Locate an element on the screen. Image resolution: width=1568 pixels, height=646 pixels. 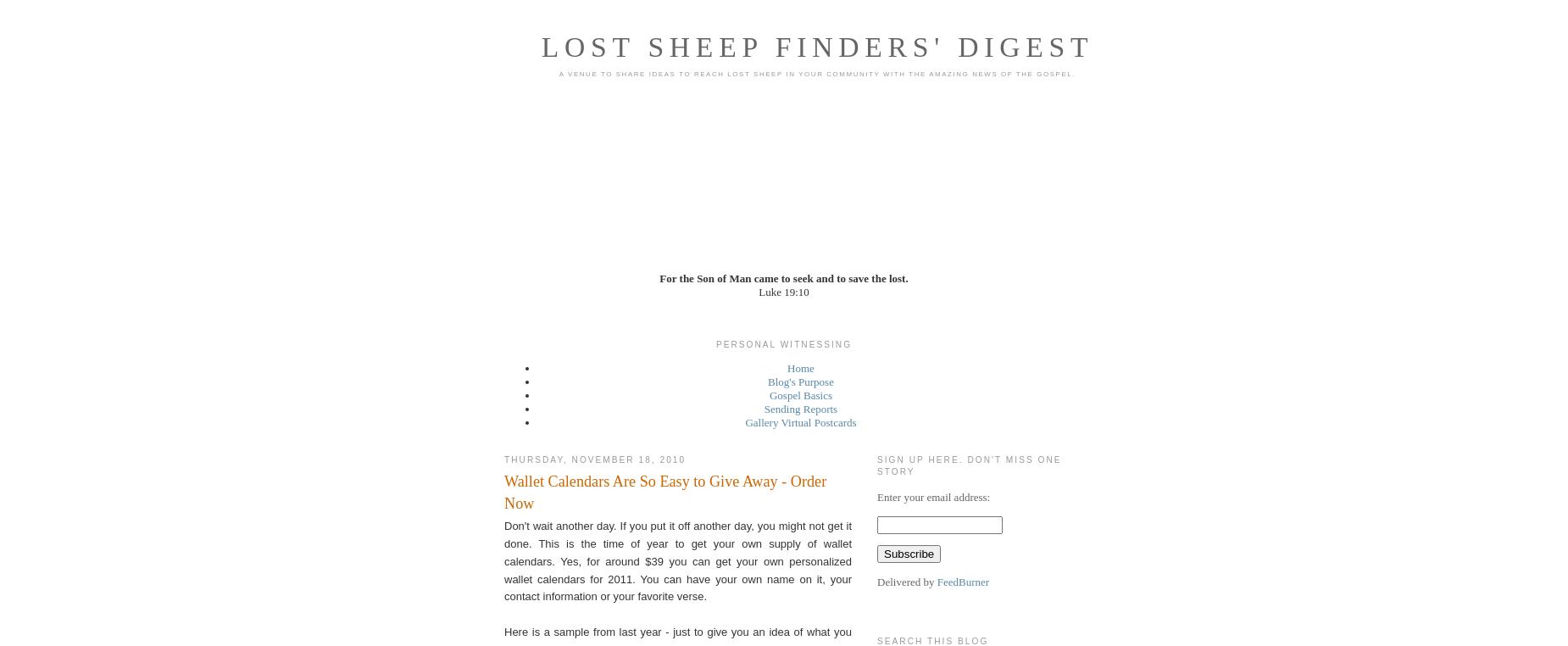
'Gallery Virtual Postcards' is located at coordinates (799, 422).